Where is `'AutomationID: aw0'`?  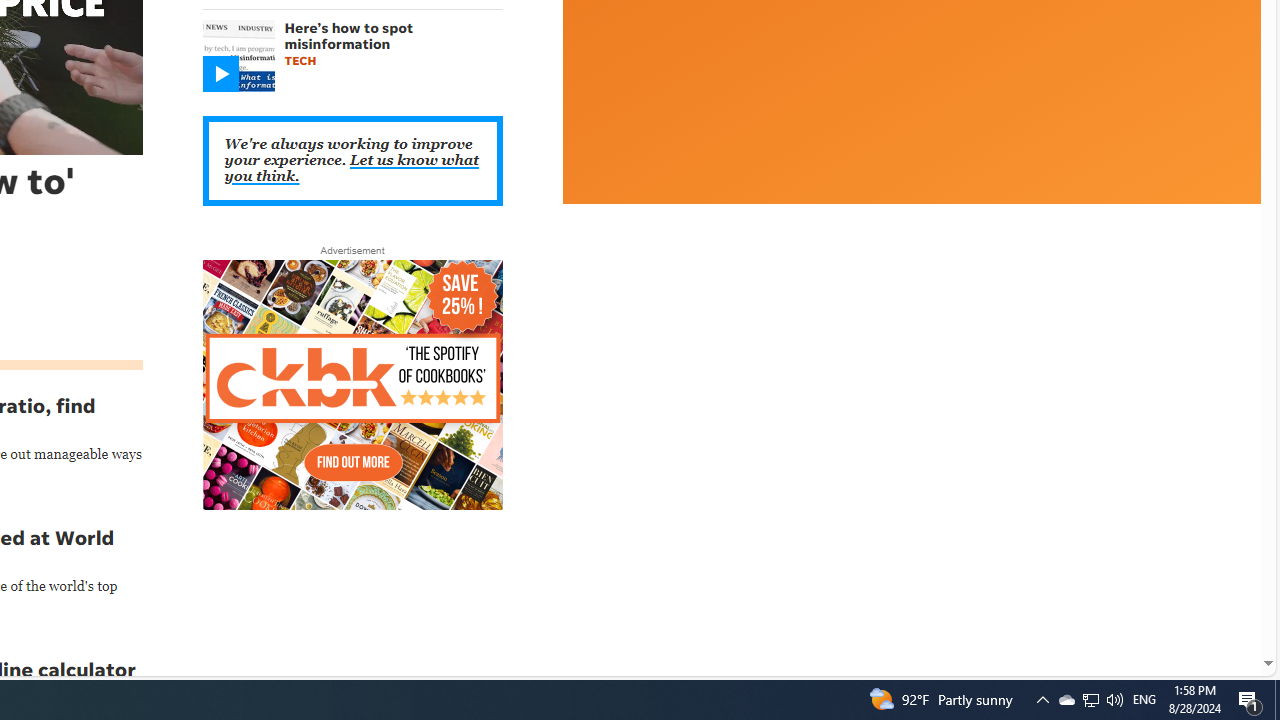 'AutomationID: aw0' is located at coordinates (352, 386).